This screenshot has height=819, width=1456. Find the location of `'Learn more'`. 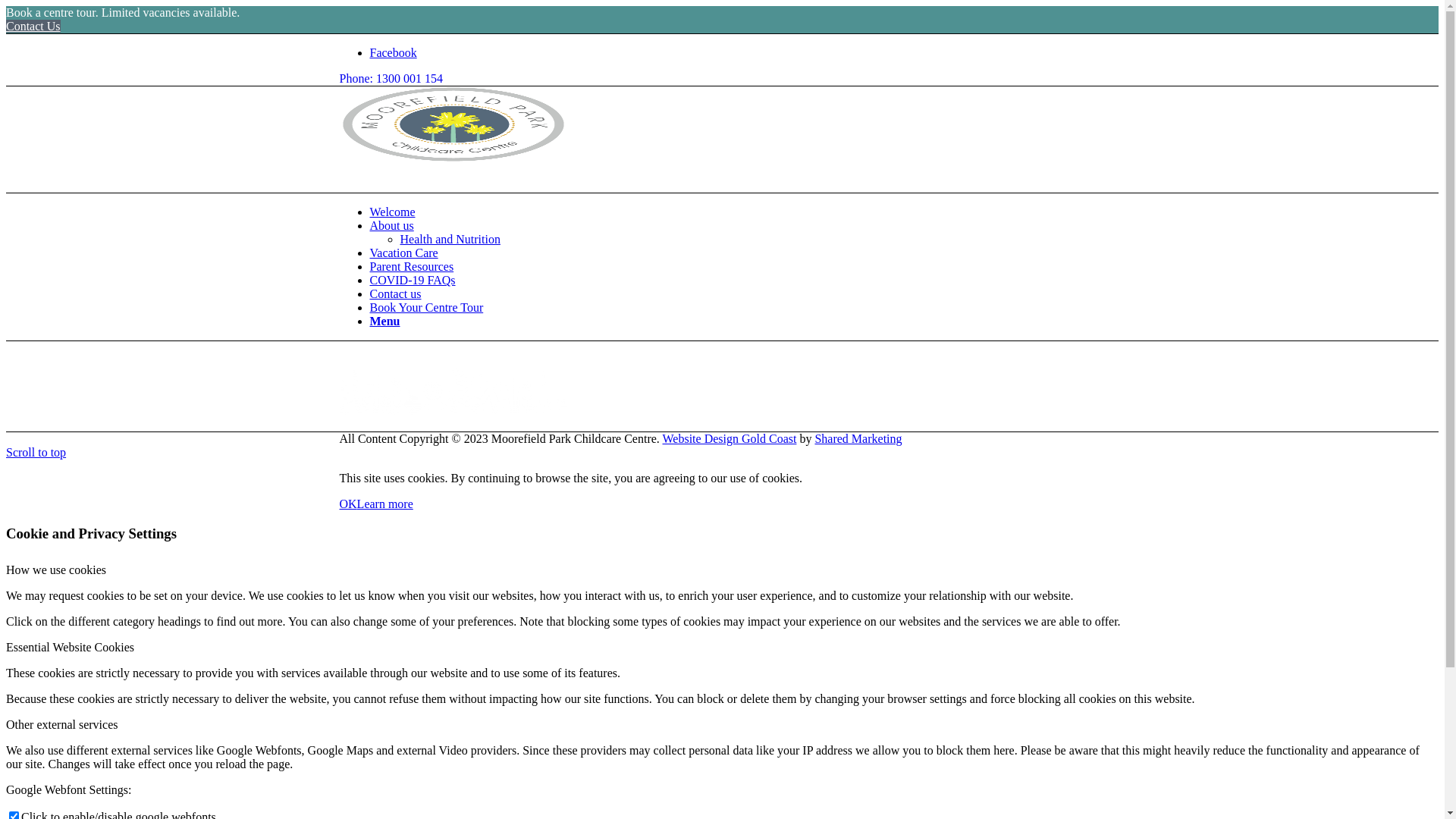

'Learn more' is located at coordinates (385, 504).